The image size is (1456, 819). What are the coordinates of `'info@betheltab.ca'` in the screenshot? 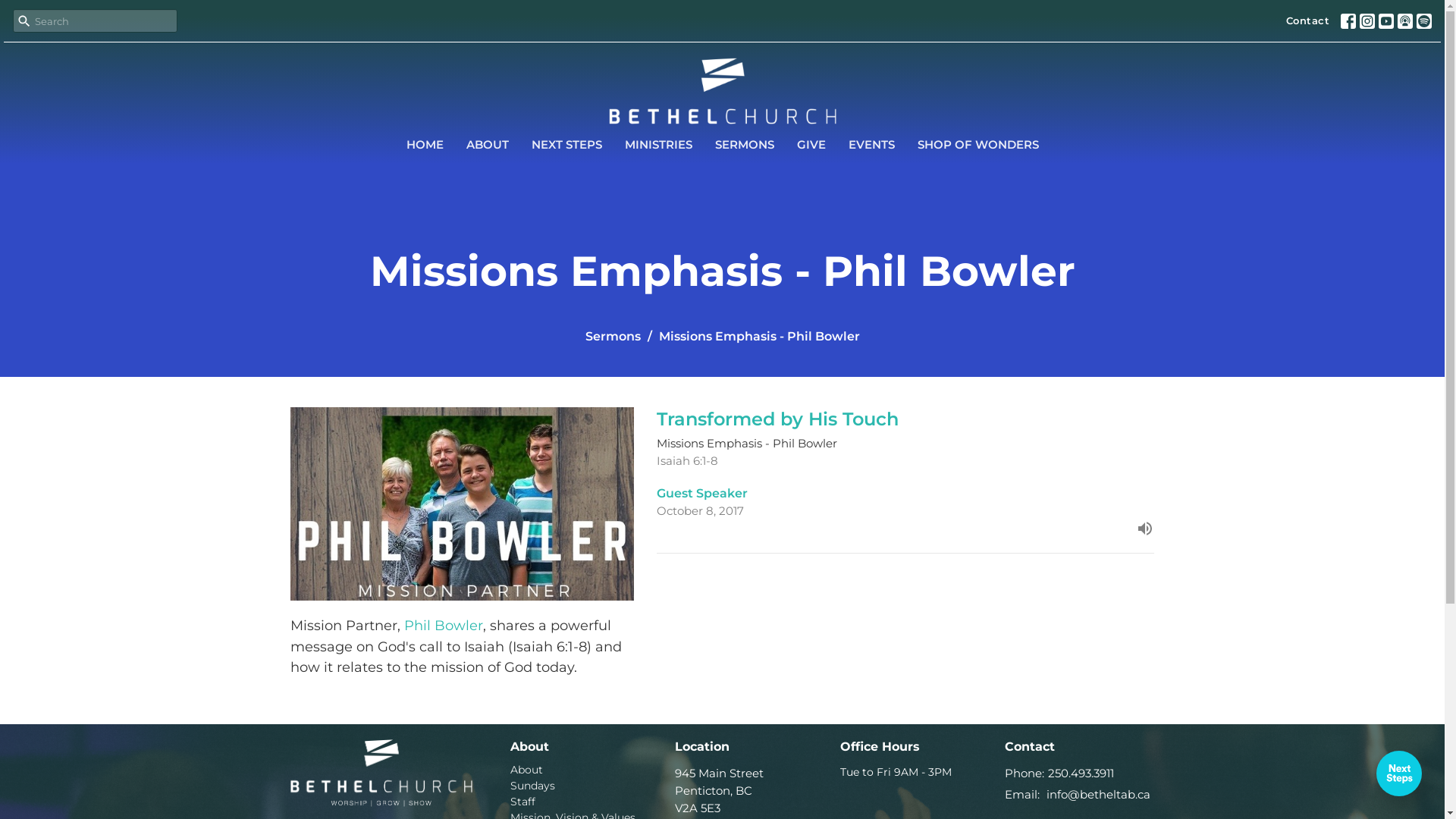 It's located at (1098, 793).